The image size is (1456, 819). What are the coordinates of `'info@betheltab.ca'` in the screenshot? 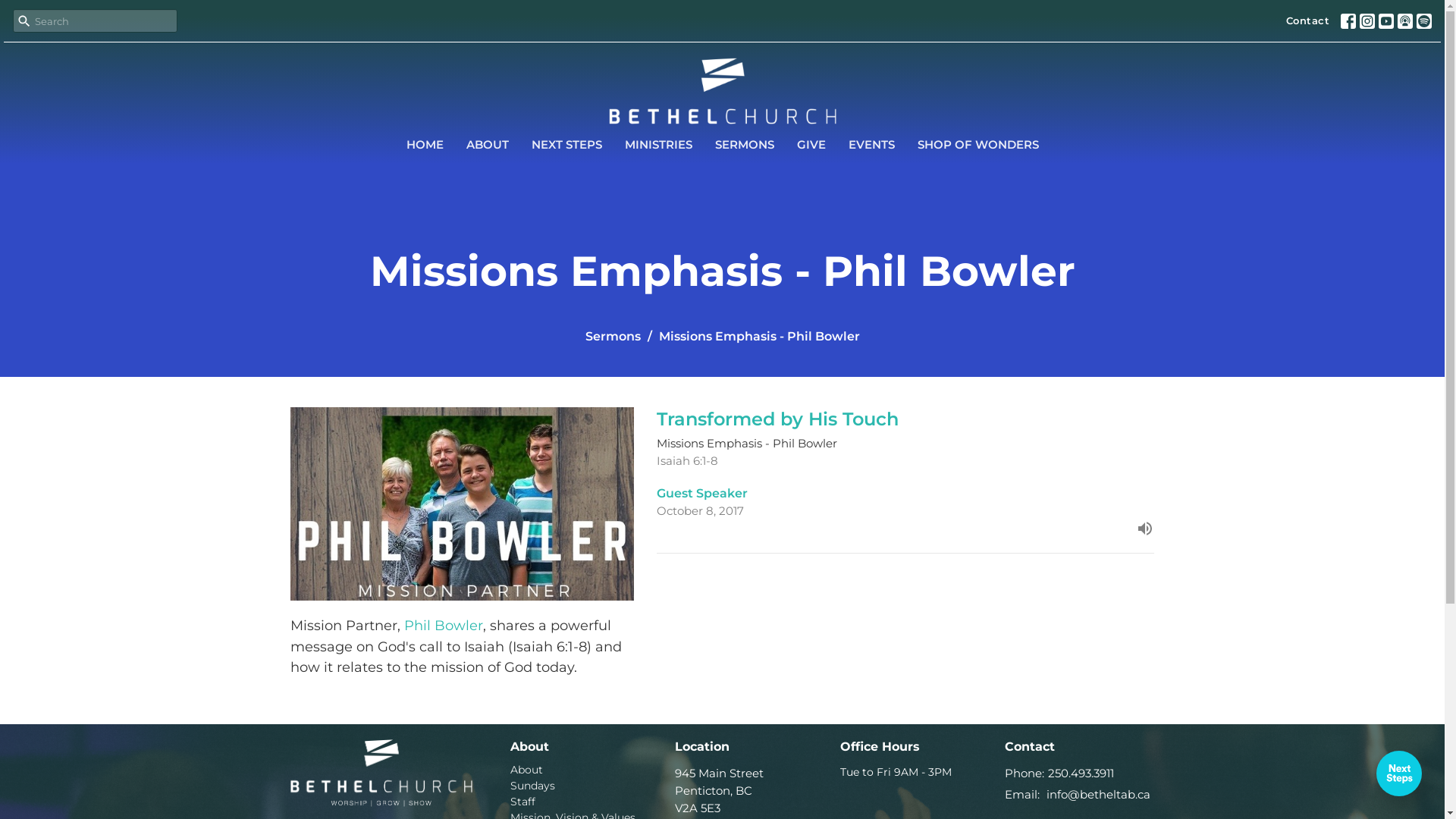 It's located at (1098, 793).